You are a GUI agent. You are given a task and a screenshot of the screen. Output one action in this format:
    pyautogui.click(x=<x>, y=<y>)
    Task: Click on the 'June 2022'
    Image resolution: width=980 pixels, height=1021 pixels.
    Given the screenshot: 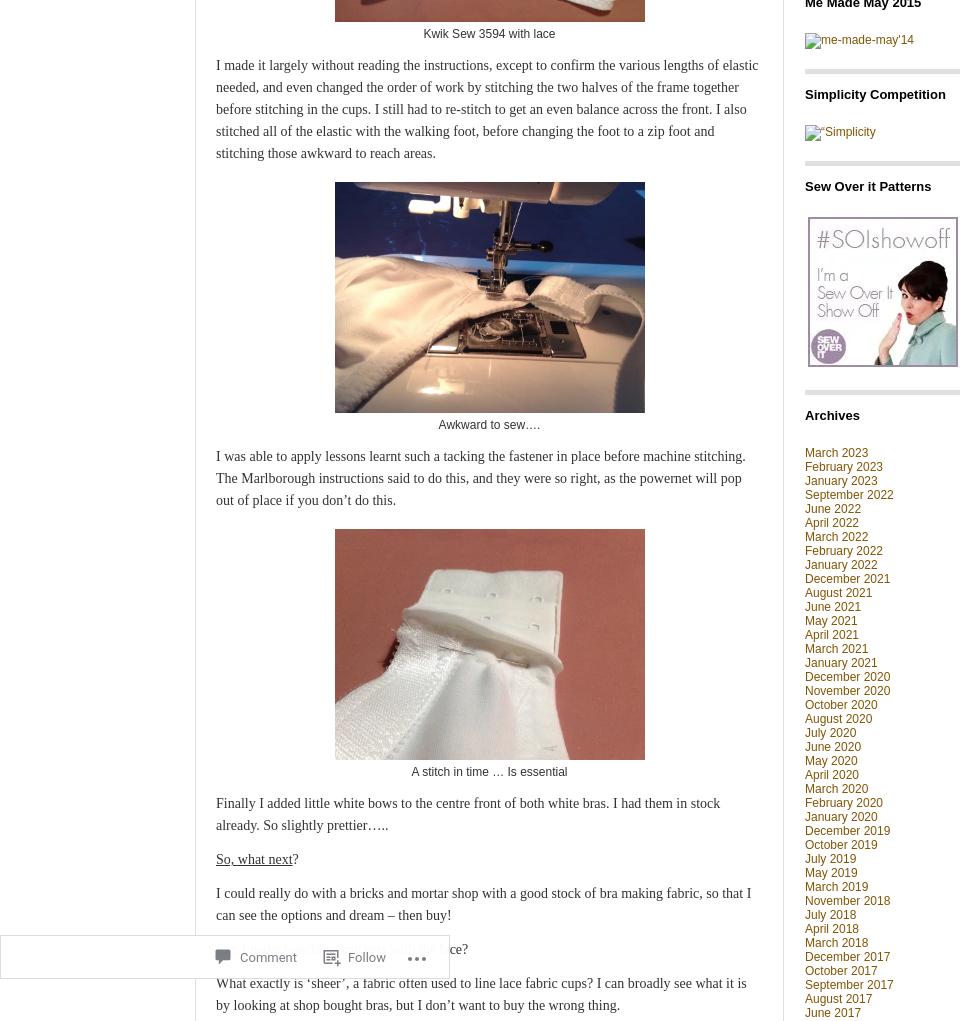 What is the action you would take?
    pyautogui.click(x=833, y=507)
    